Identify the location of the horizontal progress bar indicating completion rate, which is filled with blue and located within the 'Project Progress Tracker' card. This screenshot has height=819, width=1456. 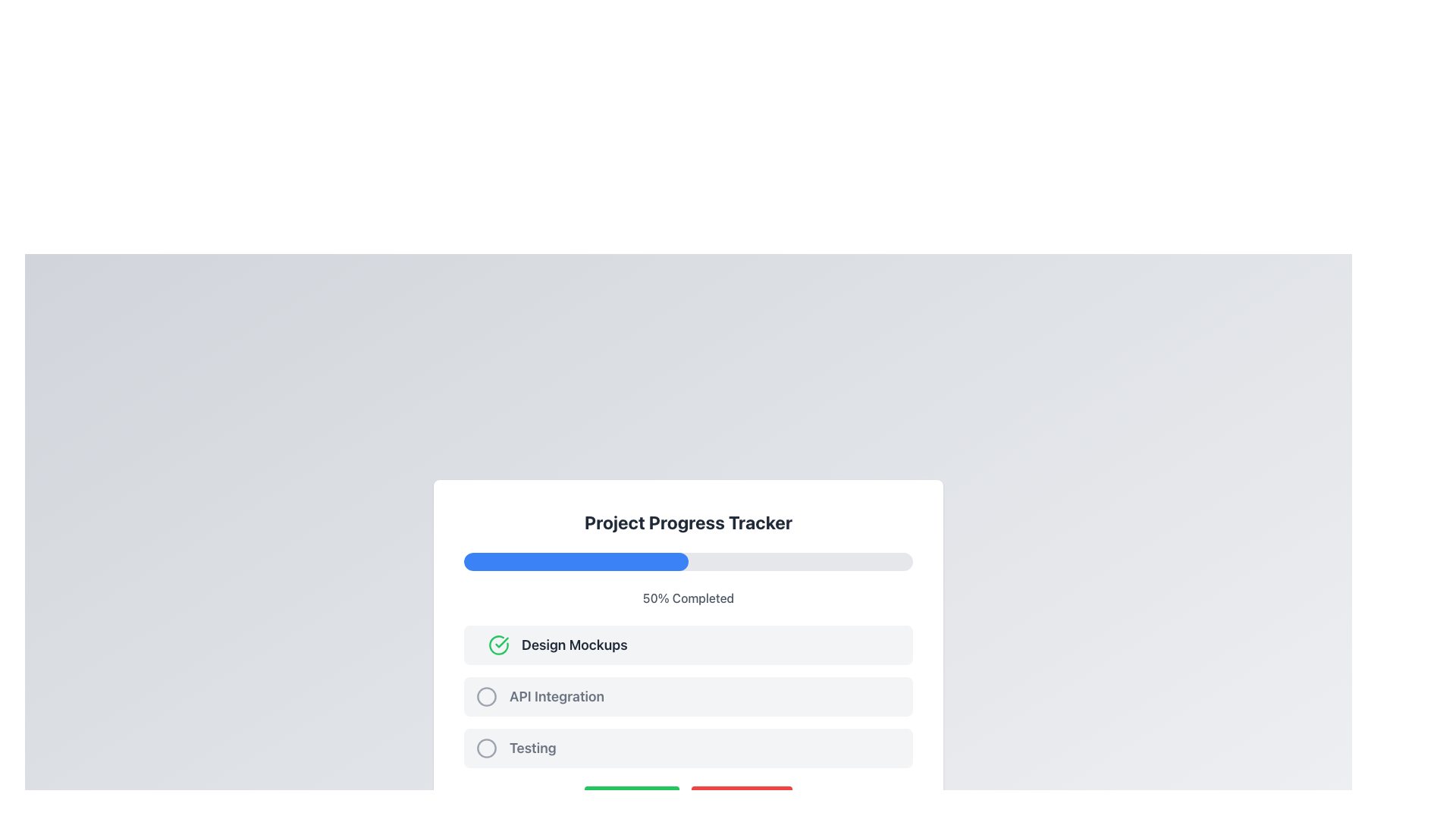
(687, 561).